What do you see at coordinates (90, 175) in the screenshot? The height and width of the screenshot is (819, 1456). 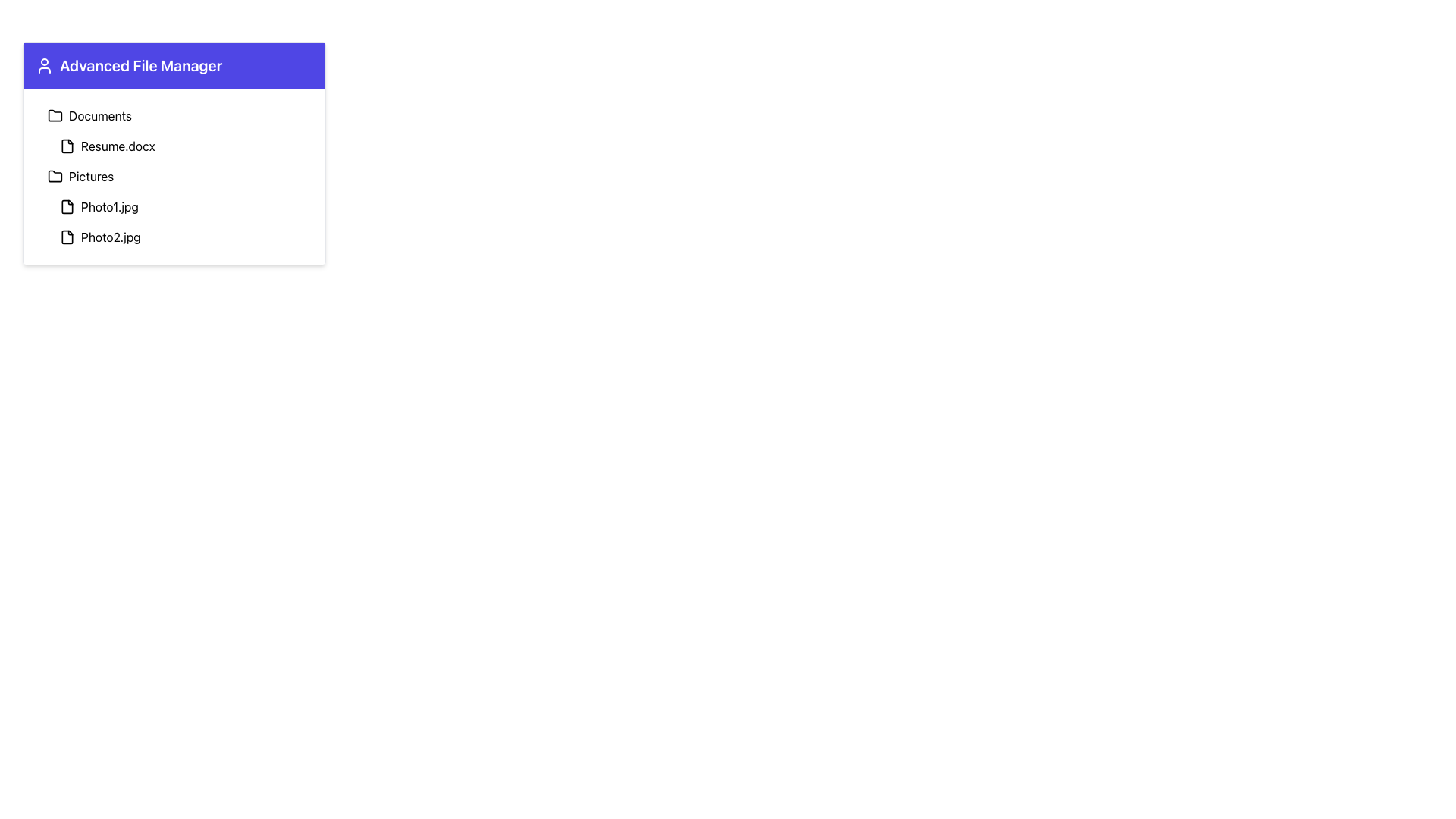 I see `the 'Pictures' text label` at bounding box center [90, 175].